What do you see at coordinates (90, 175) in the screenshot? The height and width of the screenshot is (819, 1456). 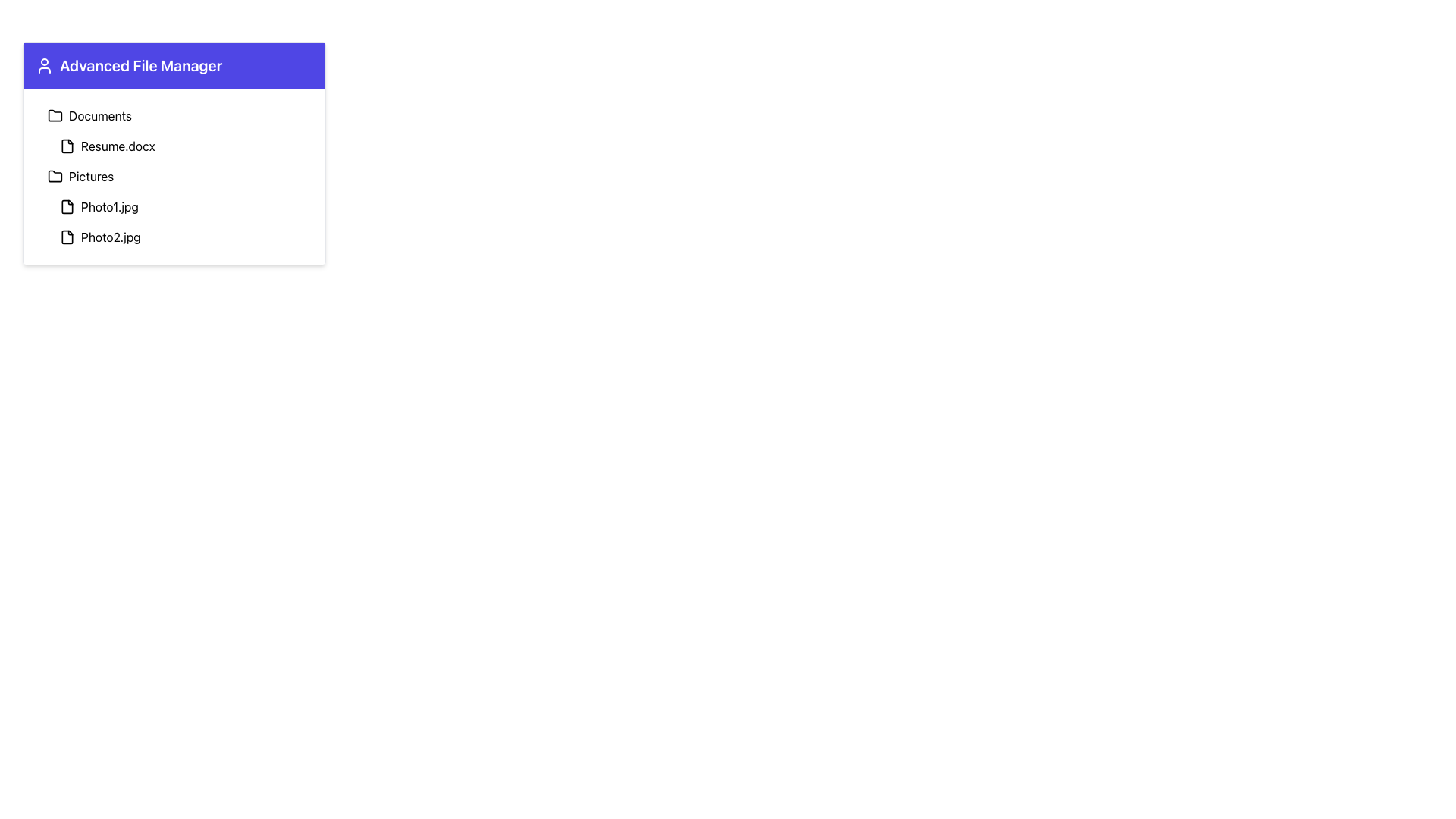 I see `the 'Pictures' text label` at bounding box center [90, 175].